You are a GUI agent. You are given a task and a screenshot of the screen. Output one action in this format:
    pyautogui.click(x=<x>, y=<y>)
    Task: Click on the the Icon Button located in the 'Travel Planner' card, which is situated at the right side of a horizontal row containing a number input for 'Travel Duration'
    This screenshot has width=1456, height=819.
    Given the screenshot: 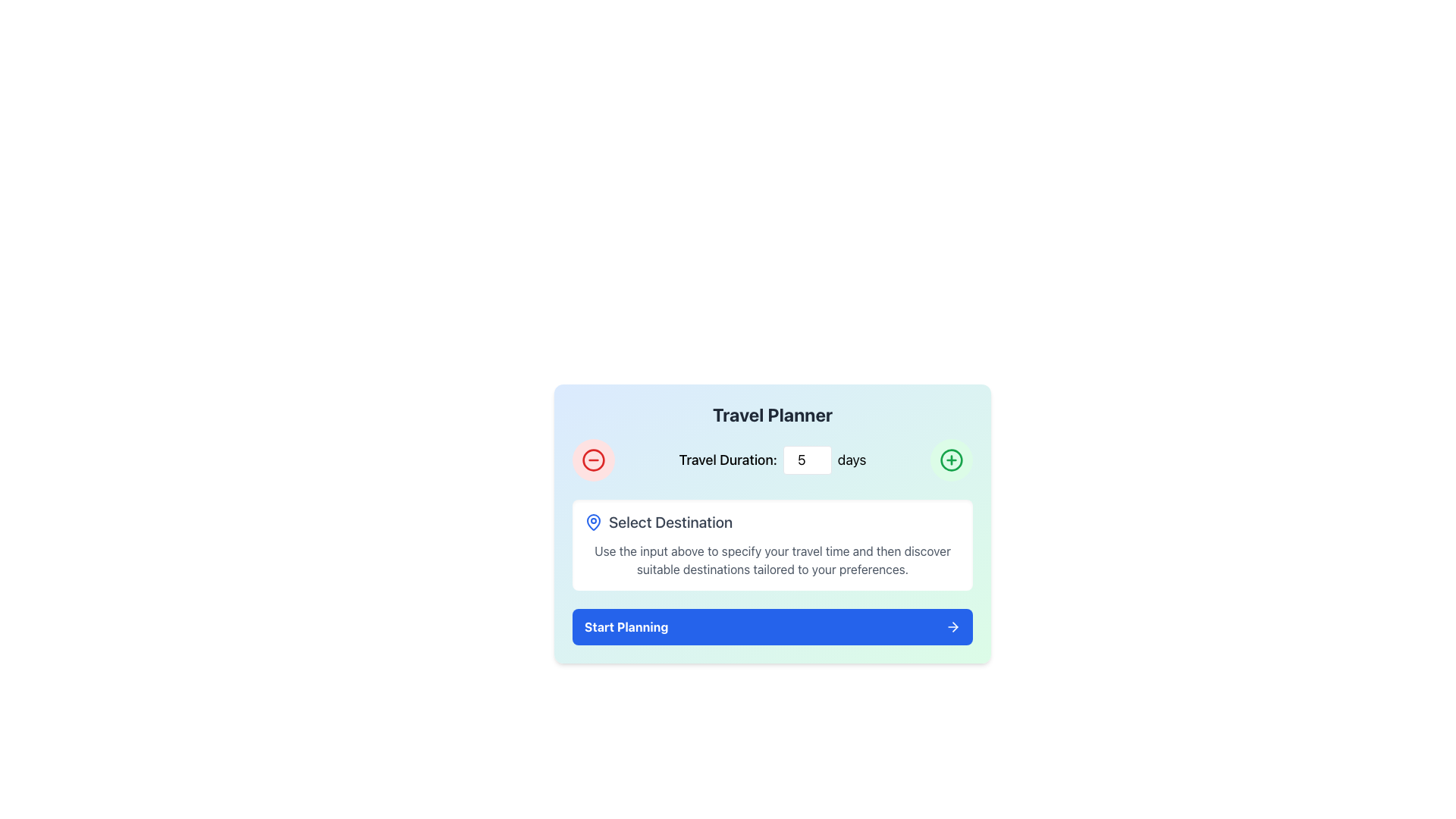 What is the action you would take?
    pyautogui.click(x=950, y=459)
    